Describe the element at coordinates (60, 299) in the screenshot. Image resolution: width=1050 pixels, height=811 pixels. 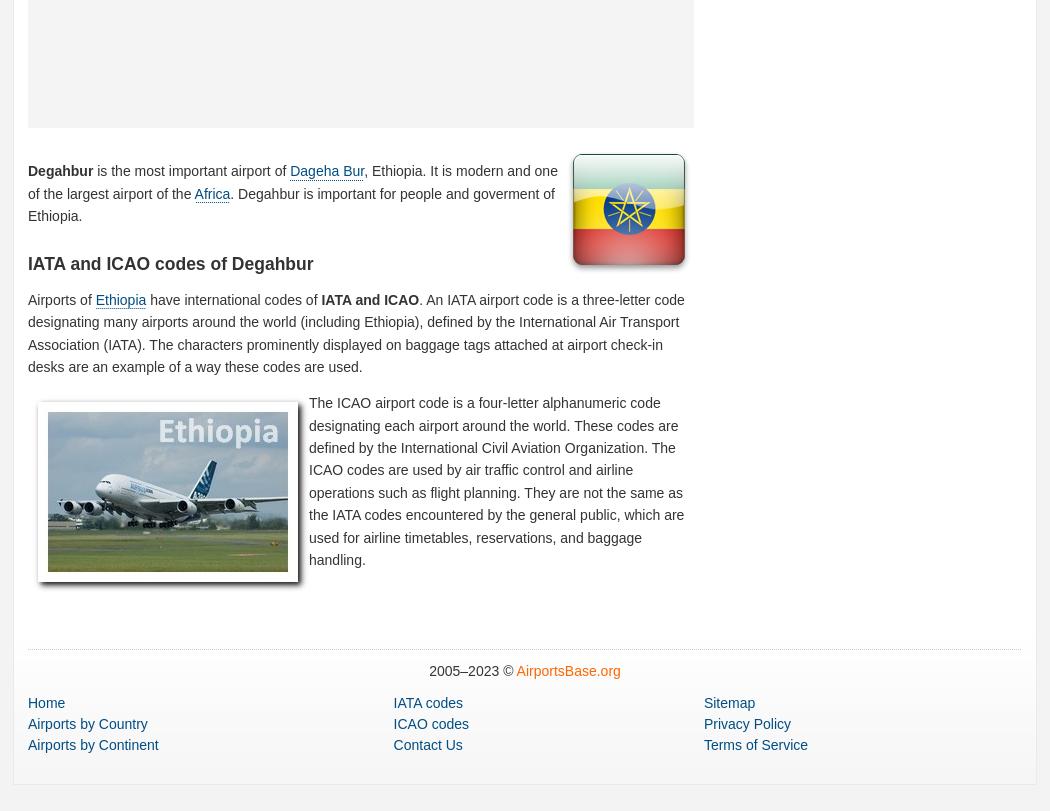
I see `'Airports of'` at that location.